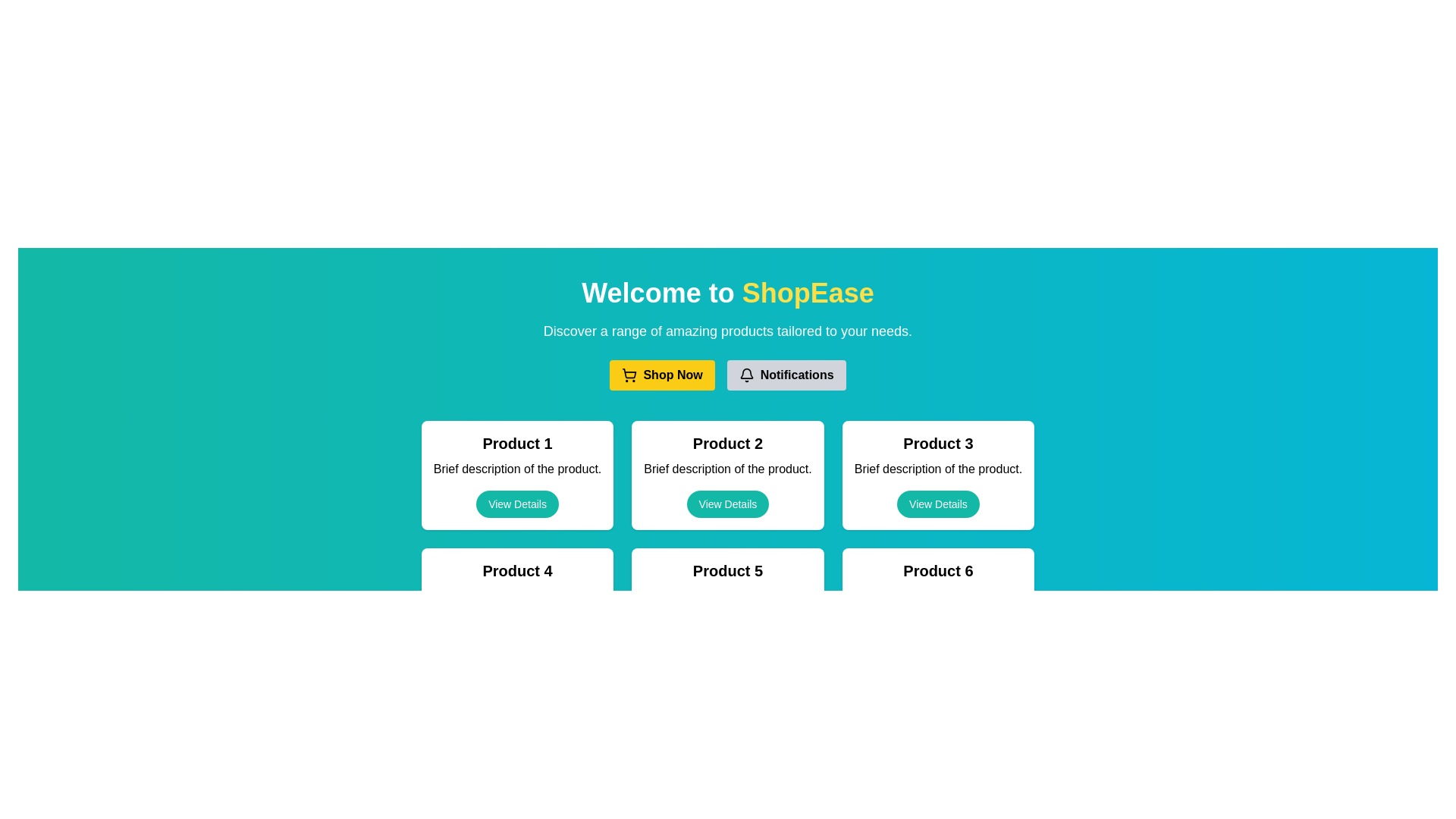 The width and height of the screenshot is (1456, 819). What do you see at coordinates (629, 375) in the screenshot?
I see `the shopping icon located inside the 'Shop Now' button, positioned to the far left of the text` at bounding box center [629, 375].